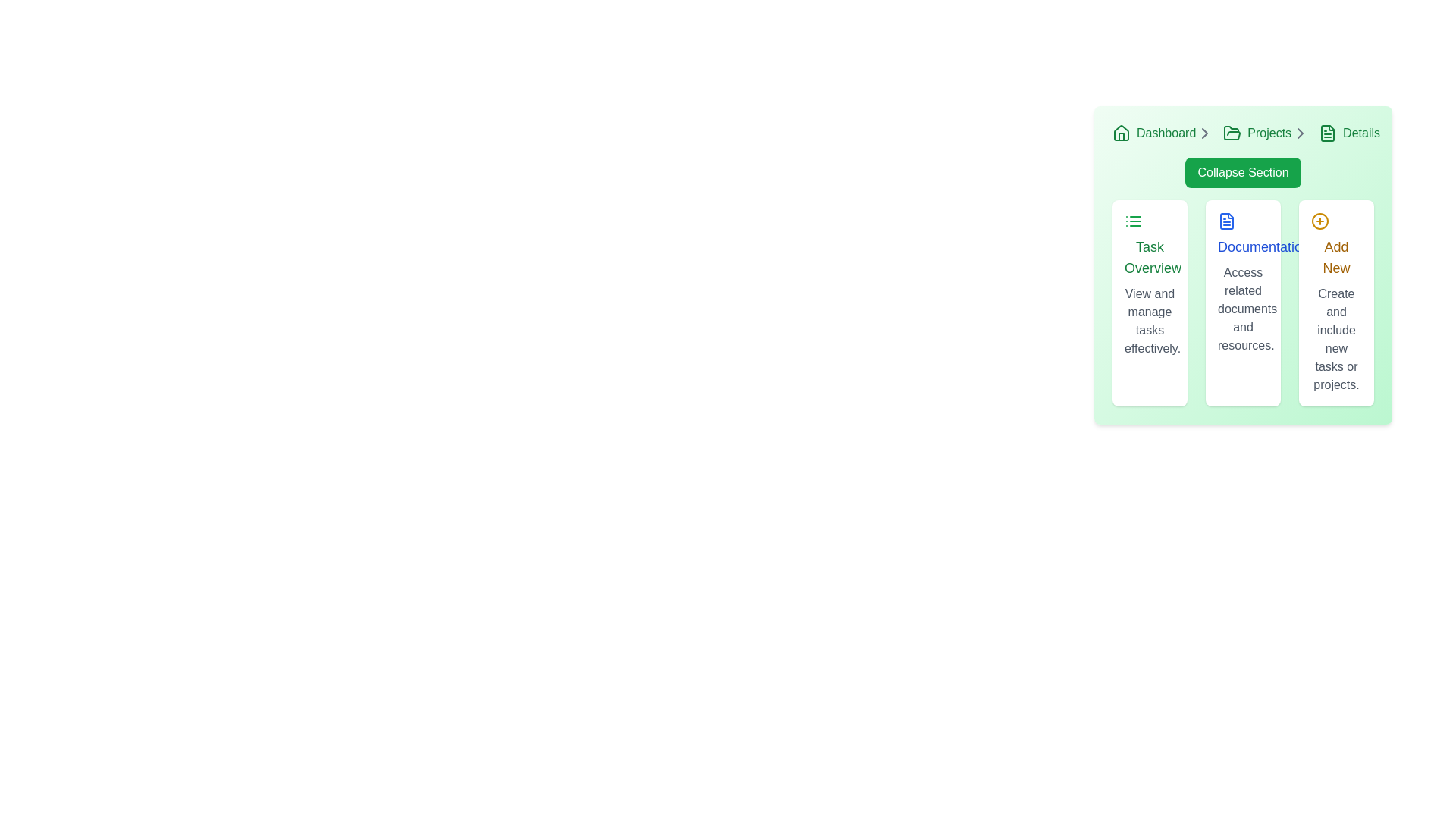 This screenshot has width=1456, height=819. What do you see at coordinates (1232, 131) in the screenshot?
I see `the folder icon in the breadcrumb navigation bar` at bounding box center [1232, 131].